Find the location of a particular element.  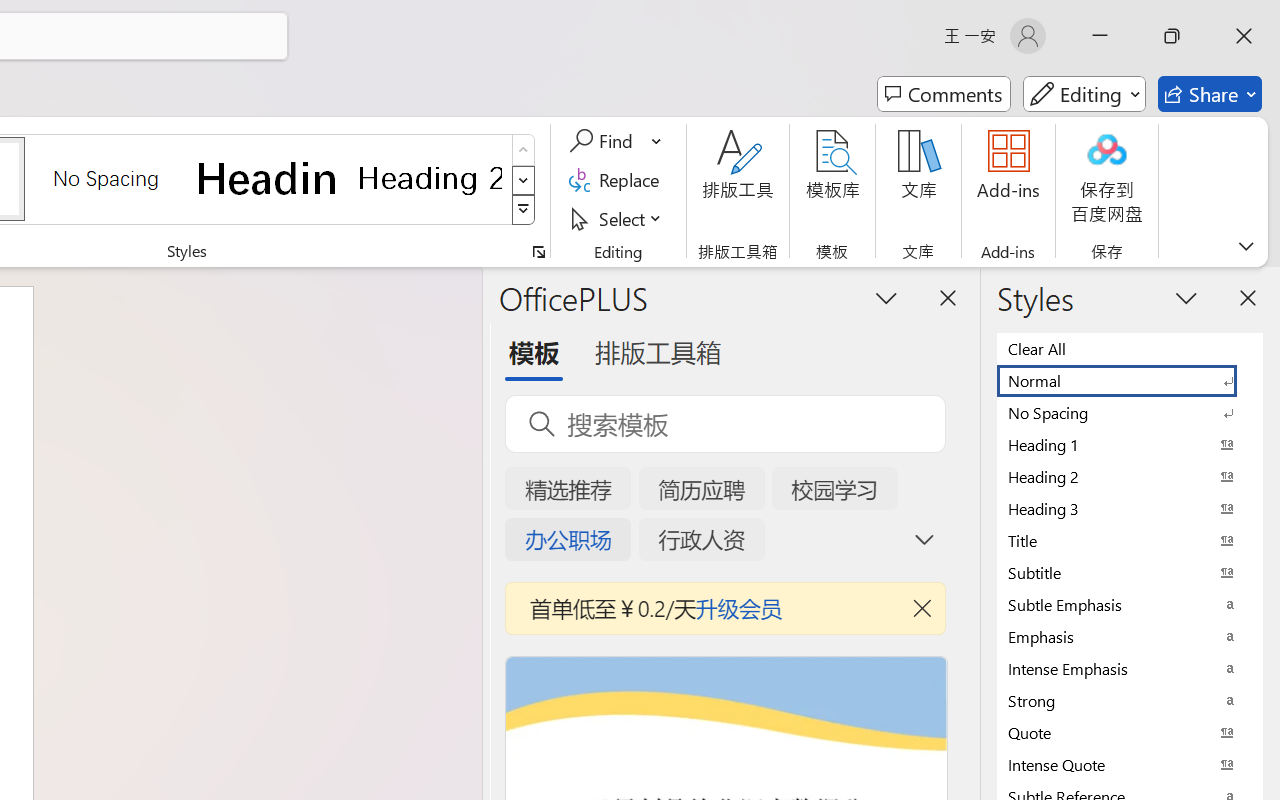

'No Spacing' is located at coordinates (1130, 412).